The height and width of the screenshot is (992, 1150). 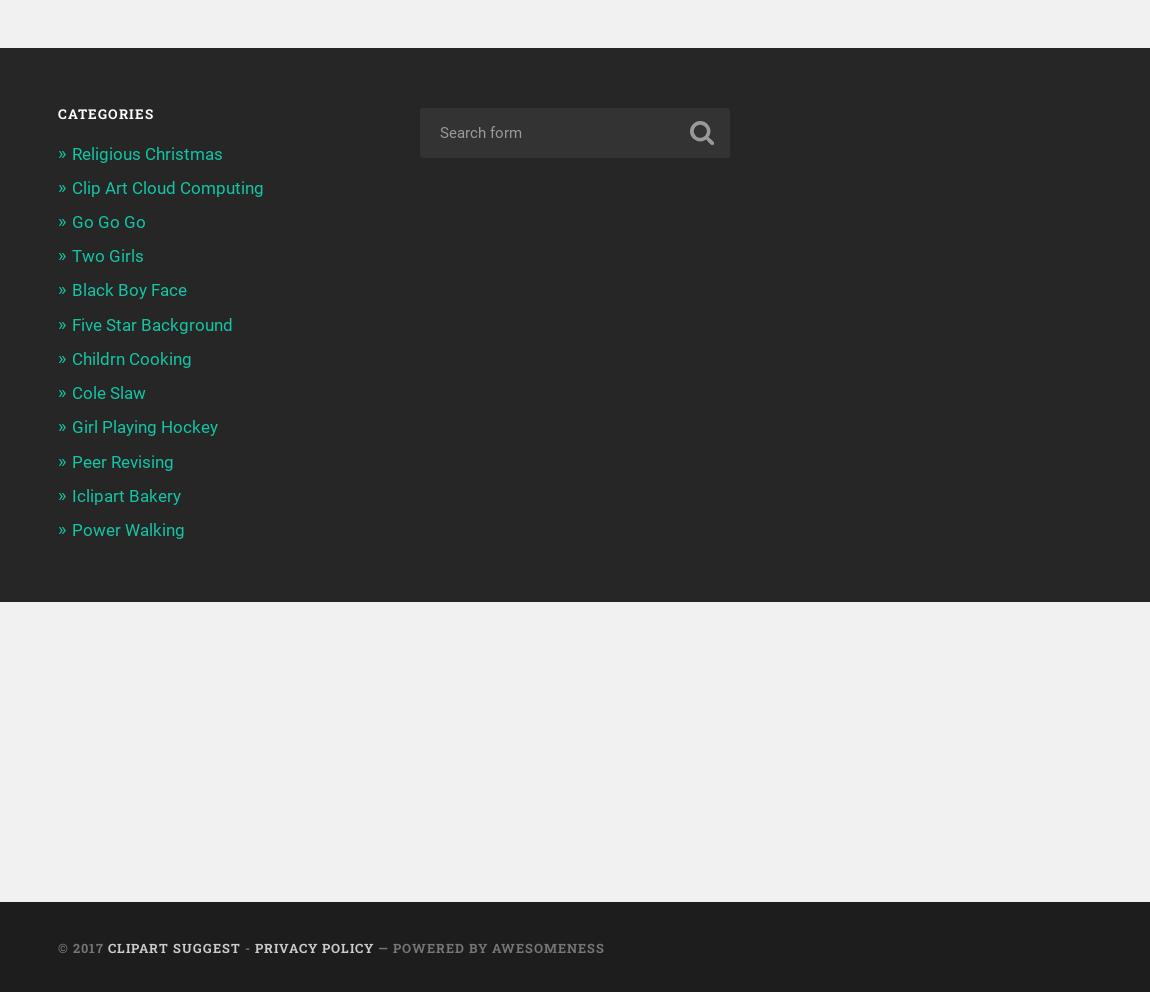 What do you see at coordinates (150, 323) in the screenshot?
I see `'Five Star Background'` at bounding box center [150, 323].